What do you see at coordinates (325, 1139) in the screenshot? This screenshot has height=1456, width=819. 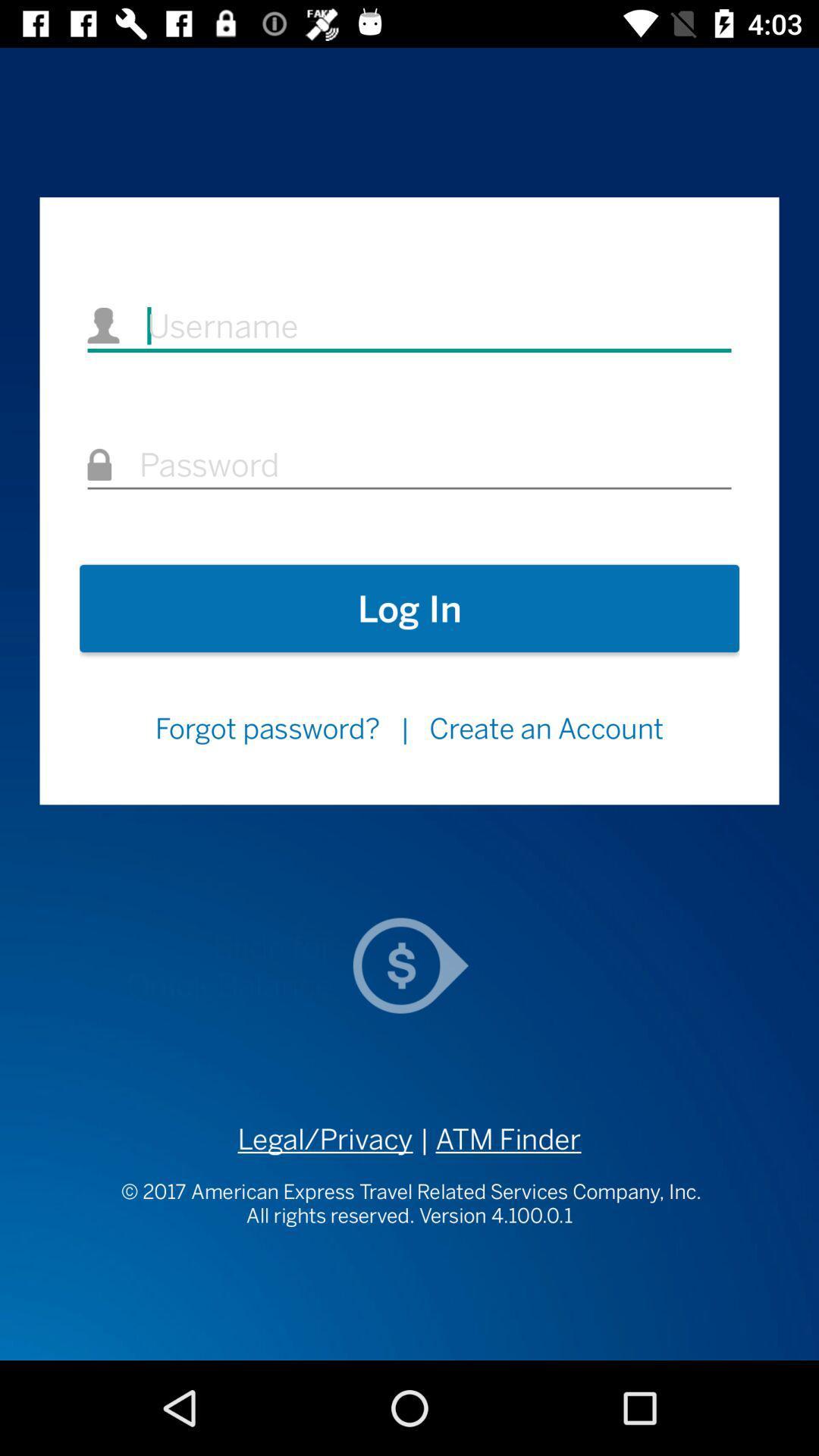 I see `the item to the left of the  | atm finder item` at bounding box center [325, 1139].